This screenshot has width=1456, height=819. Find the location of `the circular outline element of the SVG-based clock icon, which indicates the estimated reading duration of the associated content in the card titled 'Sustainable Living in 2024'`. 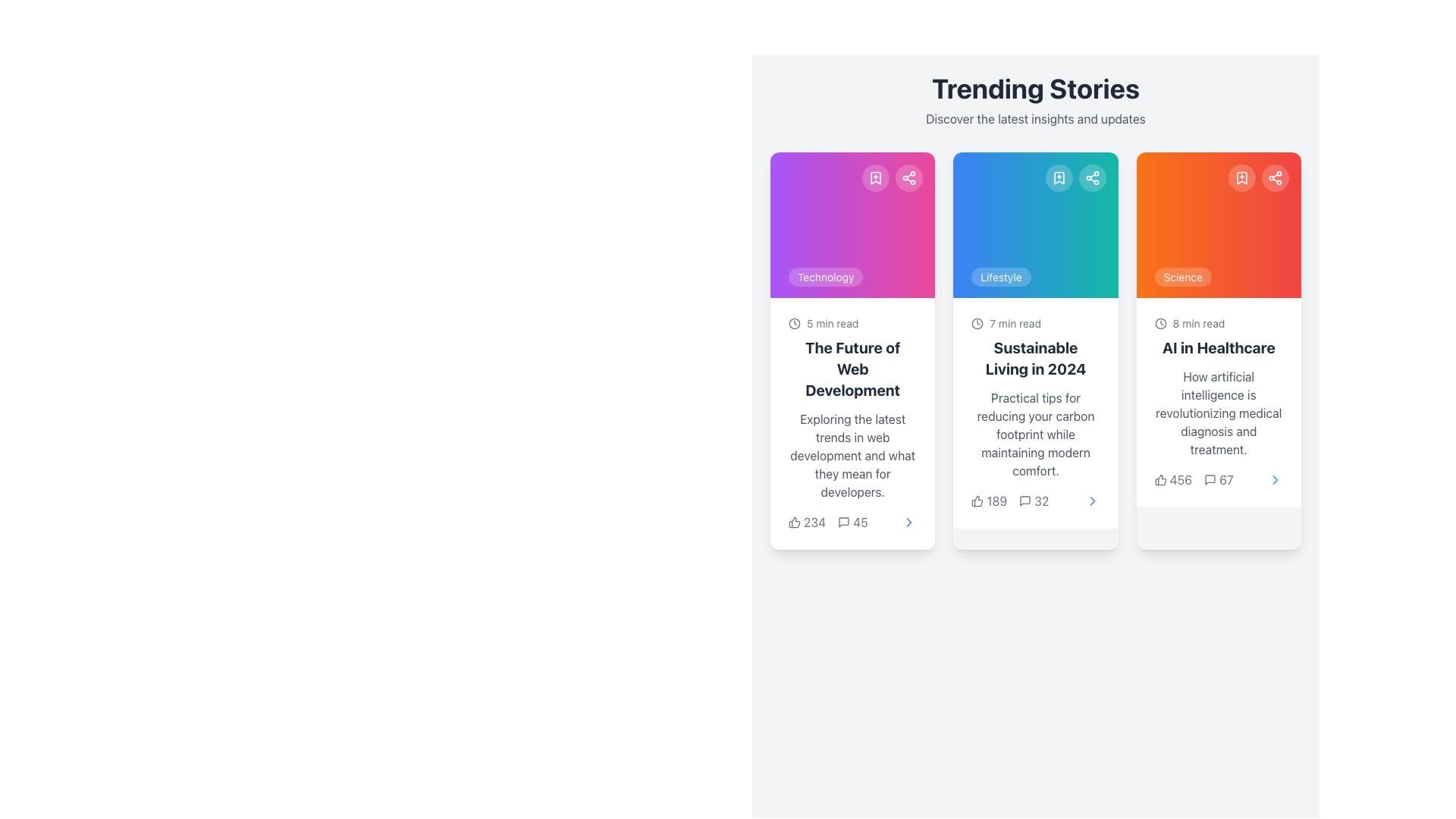

the circular outline element of the SVG-based clock icon, which indicates the estimated reading duration of the associated content in the card titled 'Sustainable Living in 2024' is located at coordinates (793, 323).